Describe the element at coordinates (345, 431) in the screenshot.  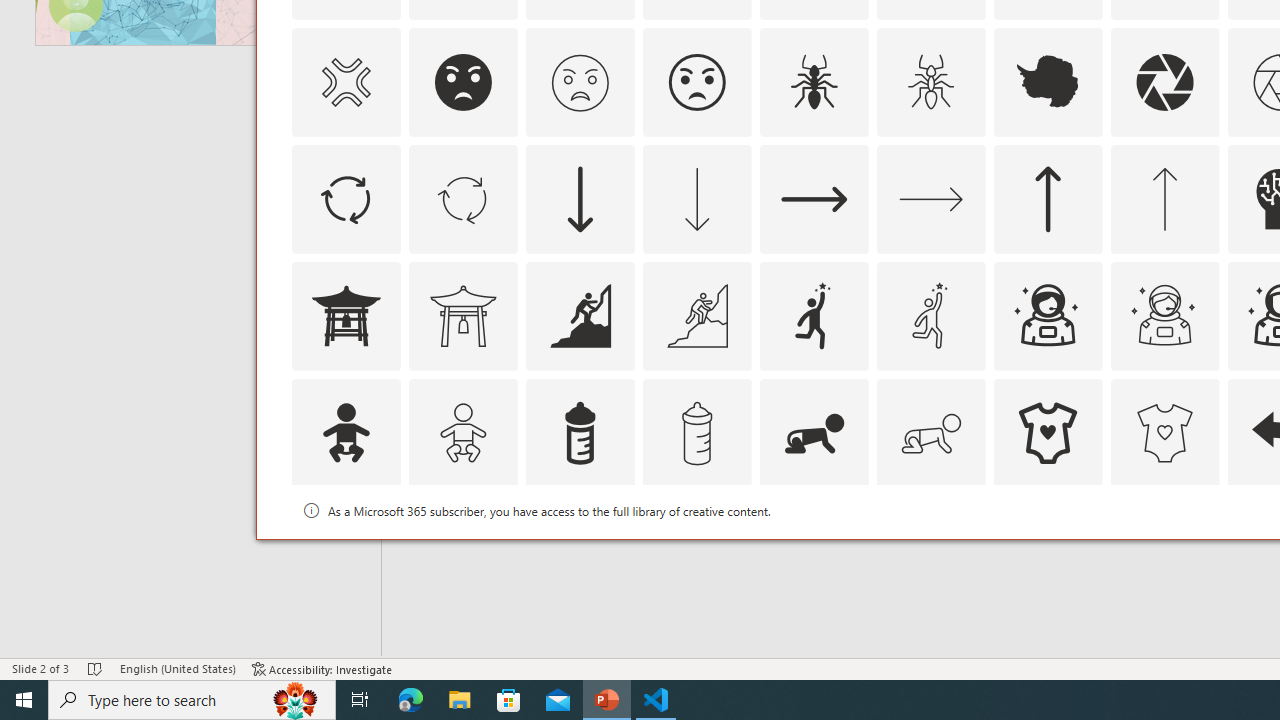
I see `'AutomationID: Icons_Baby'` at that location.